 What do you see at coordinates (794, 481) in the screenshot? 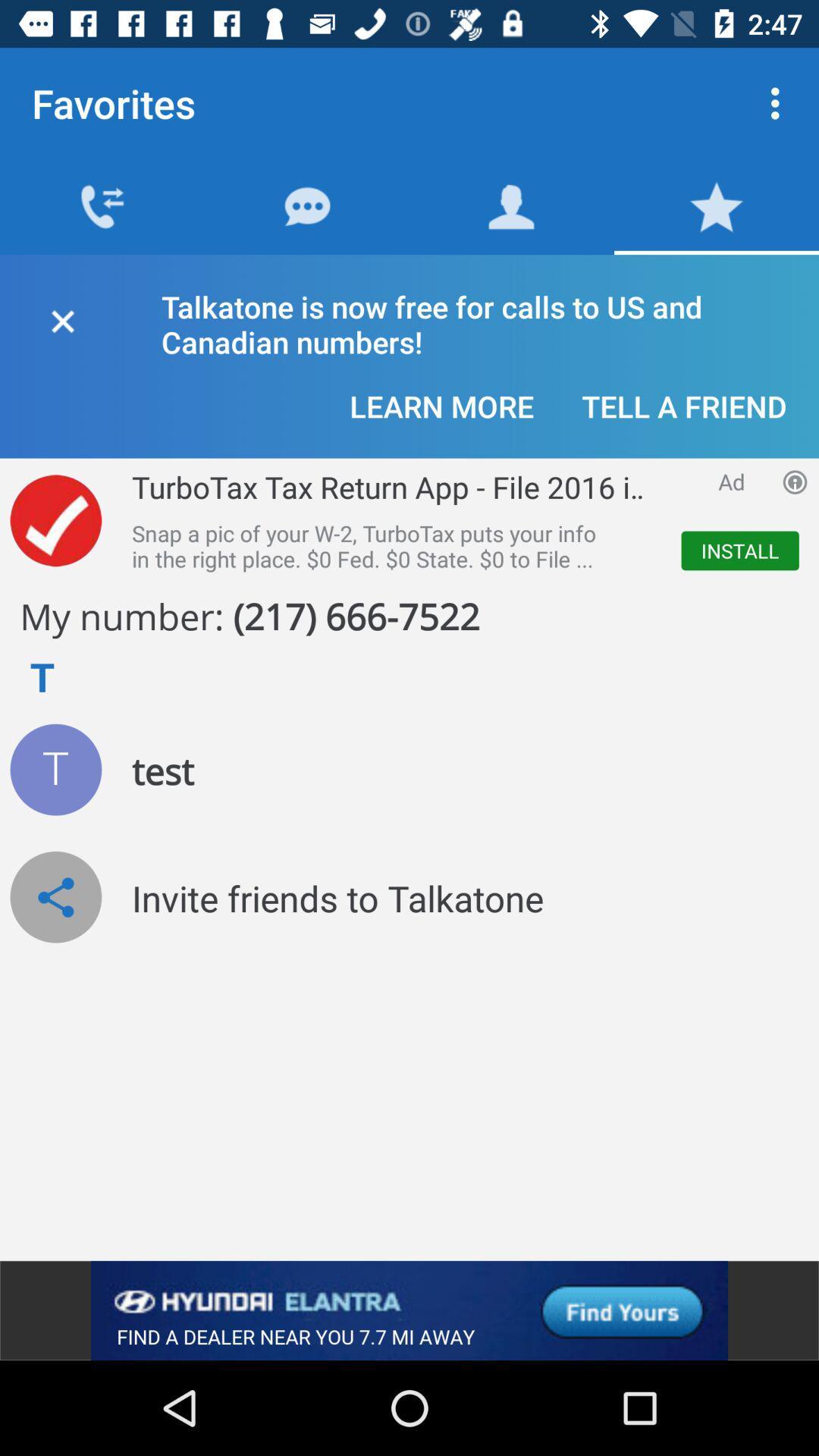
I see `more information about advertisement` at bounding box center [794, 481].